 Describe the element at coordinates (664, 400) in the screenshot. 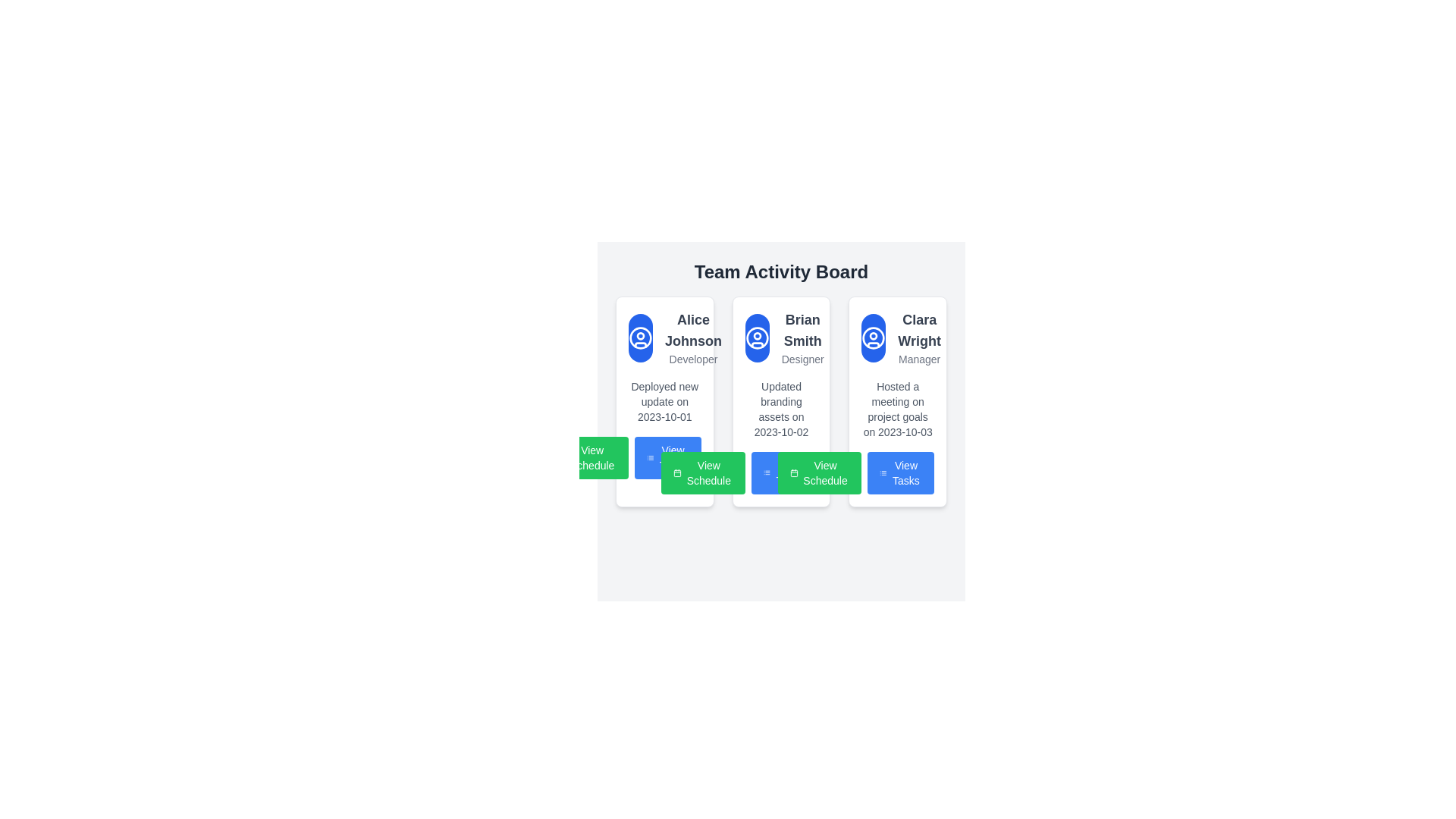

I see `the status indicator text label for 'Alice Johnson', which is located below the 'Developer' label and above the action buttons in the user card` at that location.